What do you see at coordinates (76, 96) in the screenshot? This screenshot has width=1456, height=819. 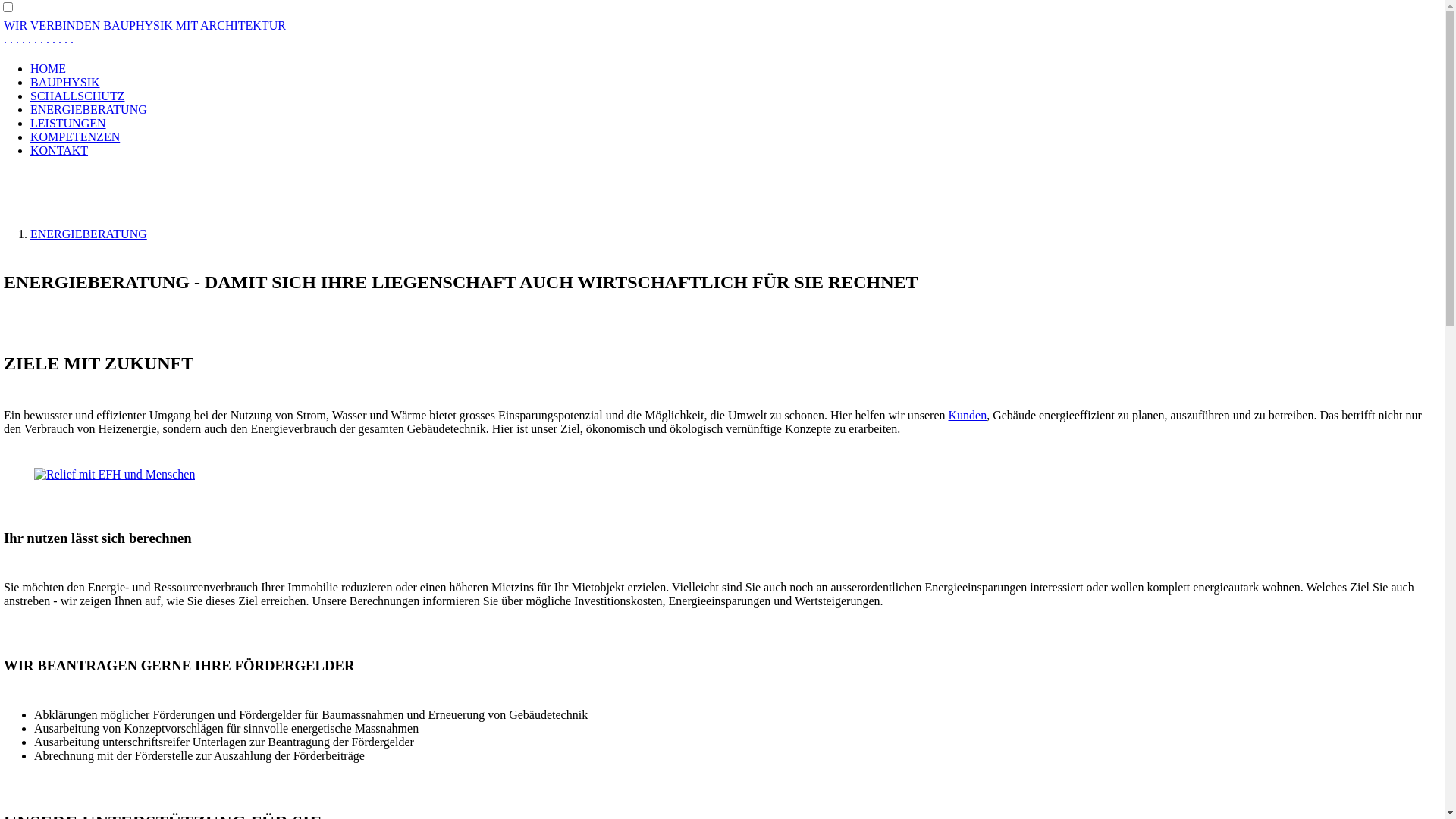 I see `'SCHALLSCHUTZ'` at bounding box center [76, 96].